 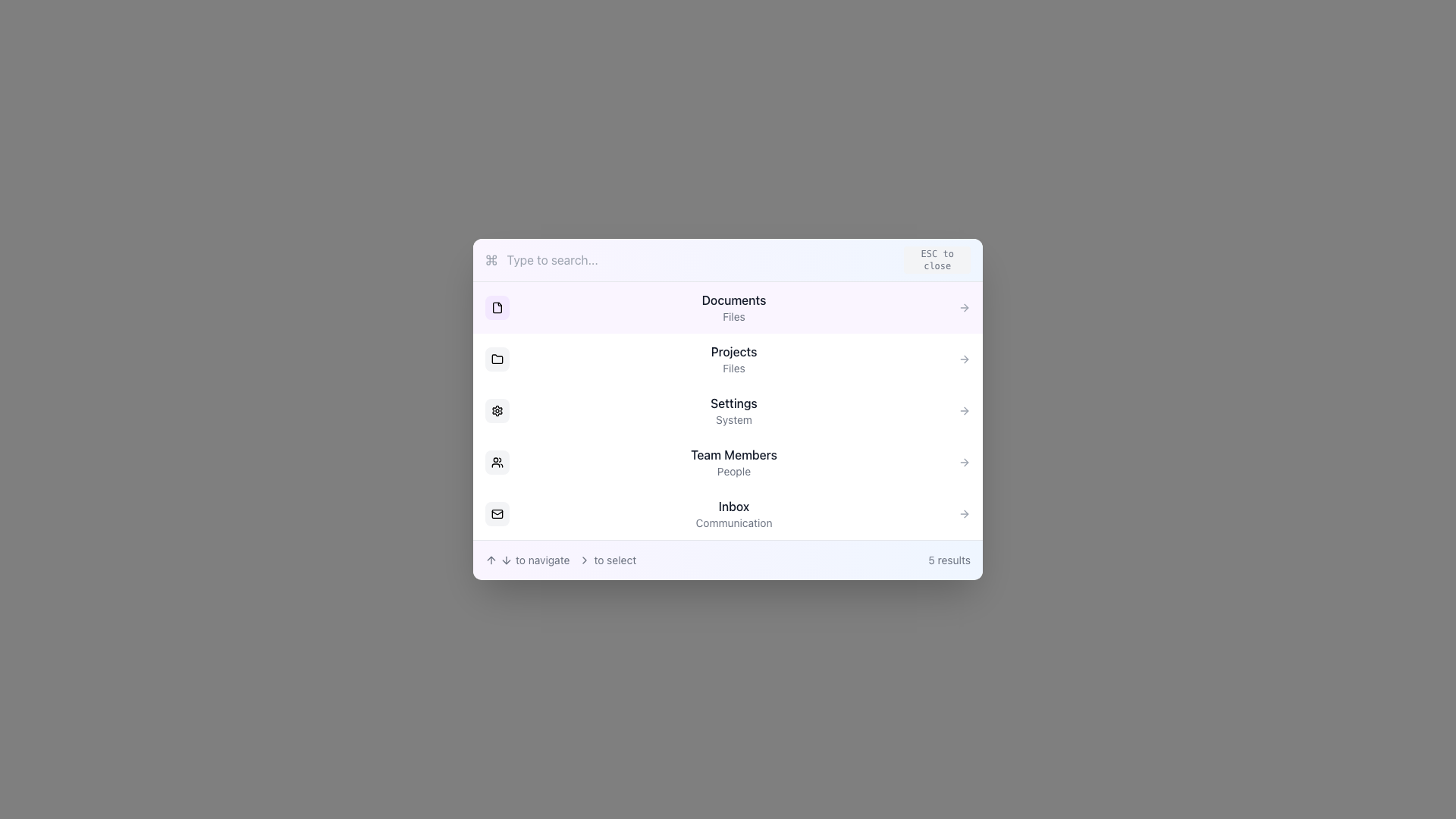 What do you see at coordinates (728, 461) in the screenshot?
I see `the 'Team Members' navigation menu item located below 'Documents', 'Projects', and 'Settings', and above 'Inbox'` at bounding box center [728, 461].